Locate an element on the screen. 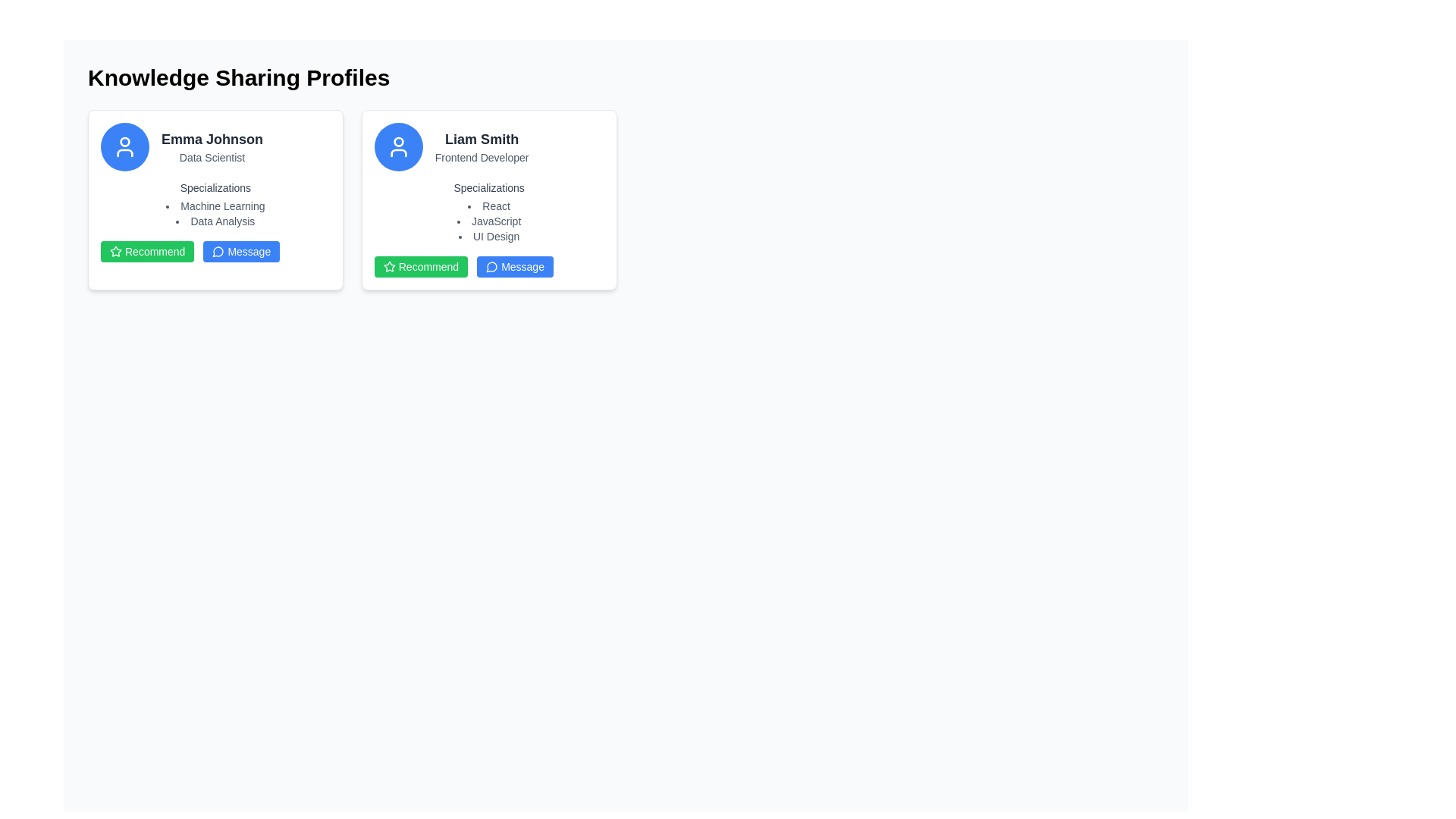  the decorative vector graphic component located in the lower part of the user profile icon above the name 'Liam Smith' is located at coordinates (398, 152).